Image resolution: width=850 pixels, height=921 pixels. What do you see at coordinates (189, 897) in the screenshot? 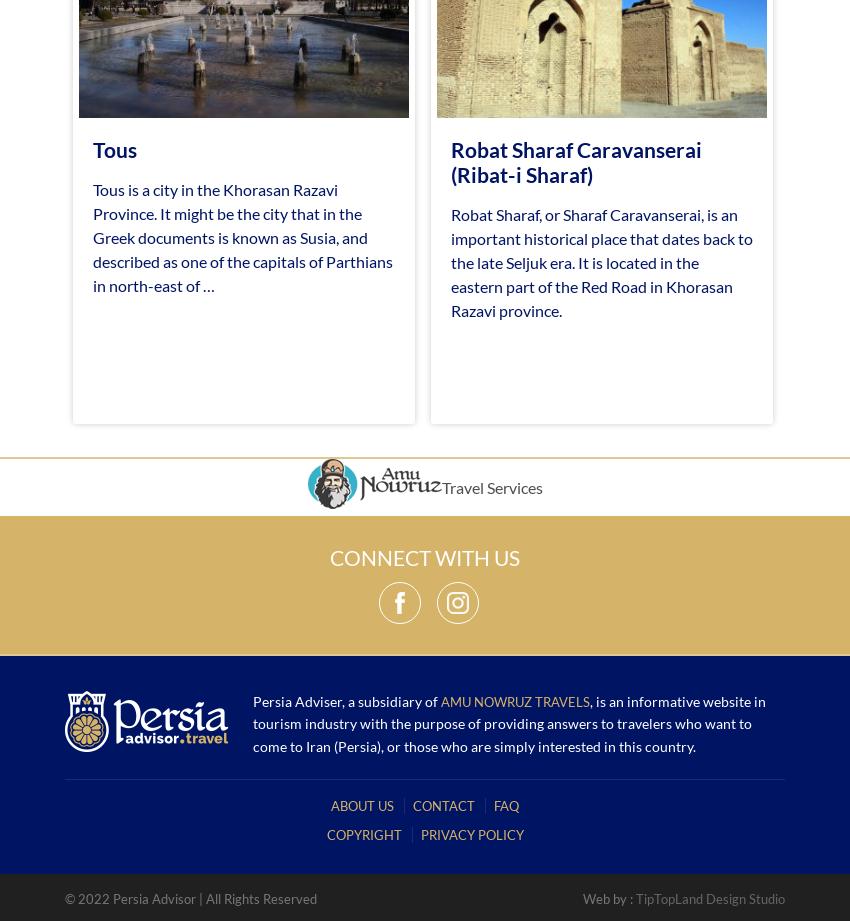
I see `'© 2022 Persia Advisor | All Rights Reserved'` at bounding box center [189, 897].